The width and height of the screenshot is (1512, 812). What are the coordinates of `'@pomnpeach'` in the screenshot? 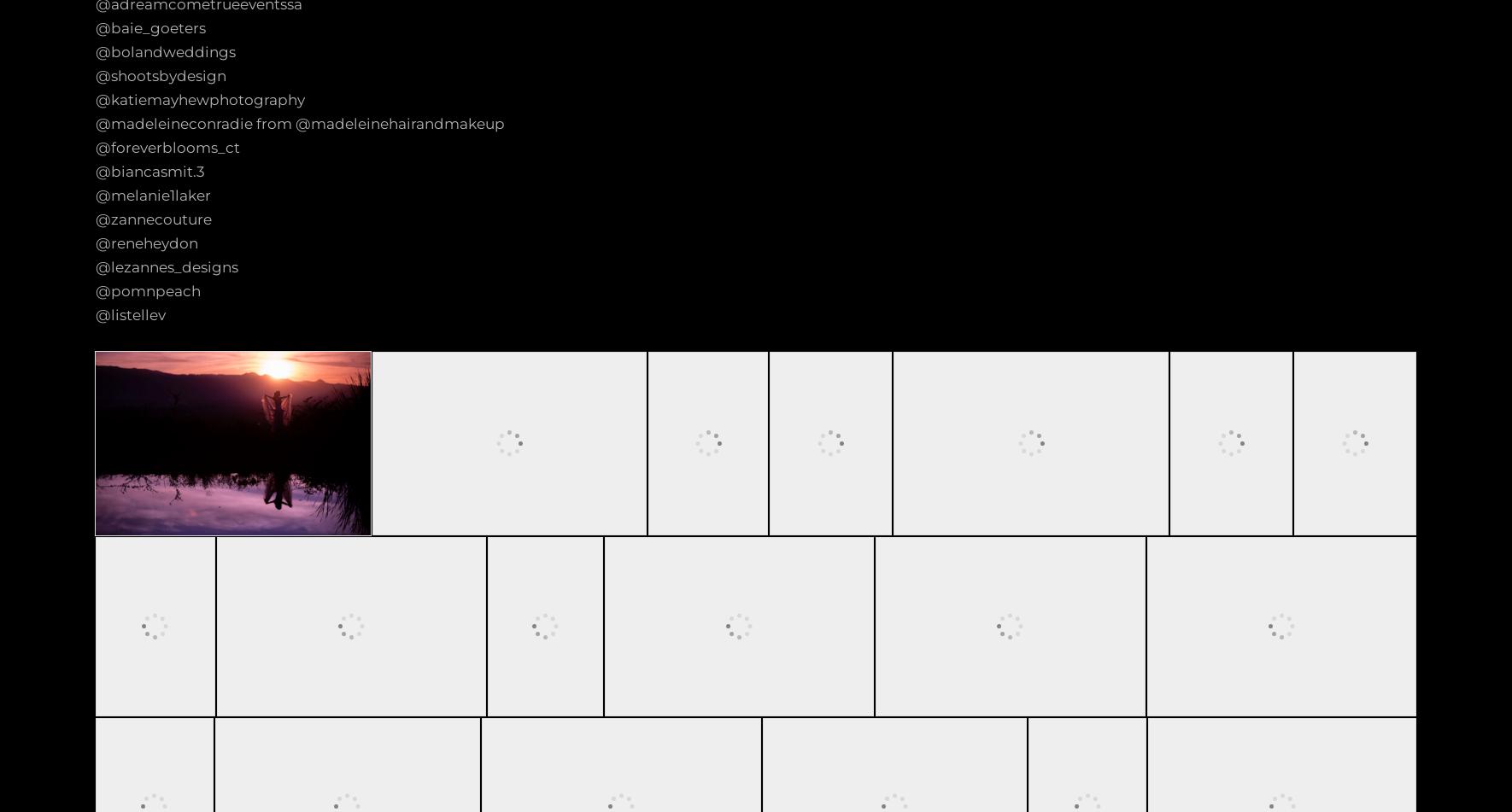 It's located at (148, 291).